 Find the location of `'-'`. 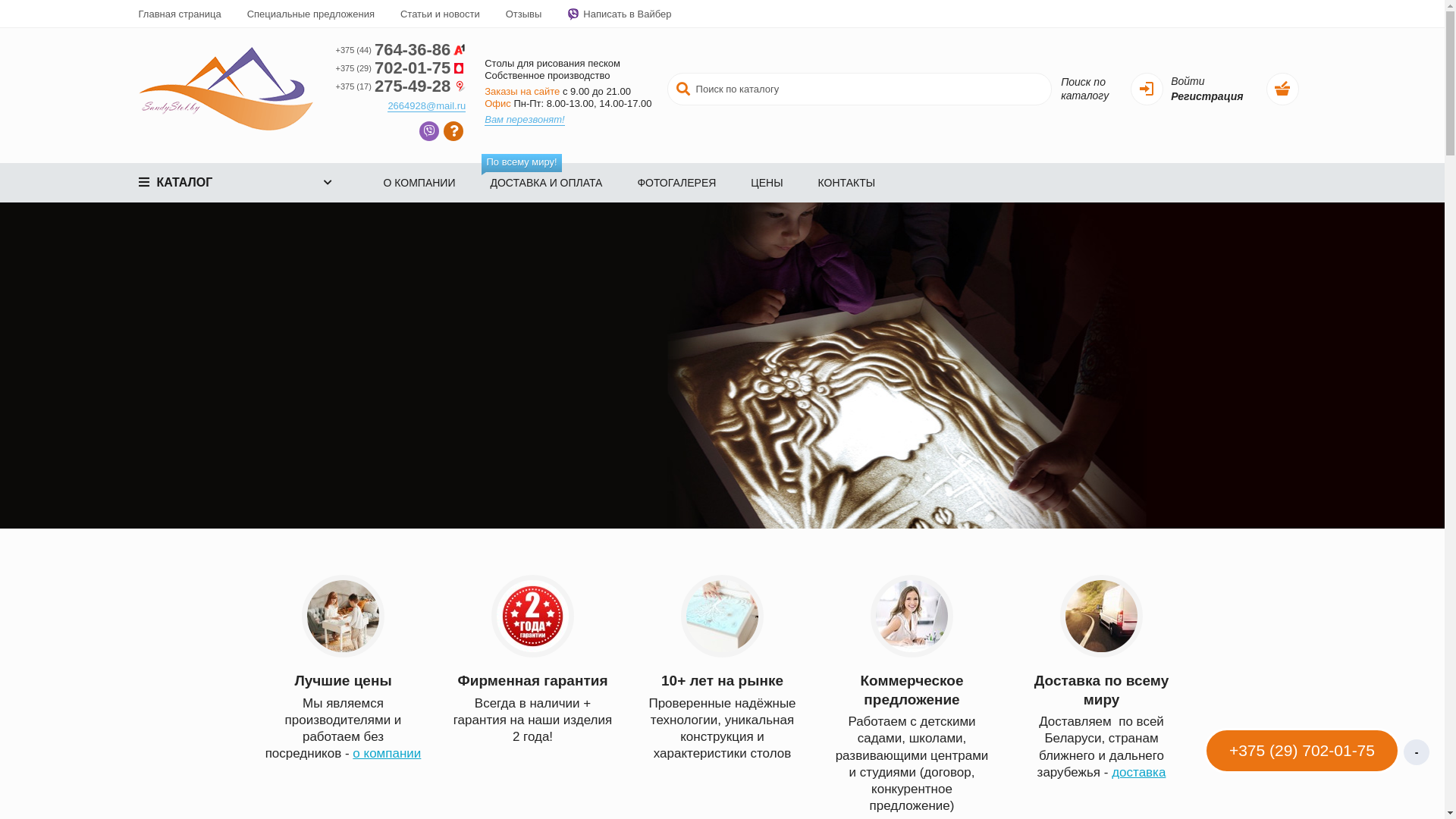

'-' is located at coordinates (1403, 752).